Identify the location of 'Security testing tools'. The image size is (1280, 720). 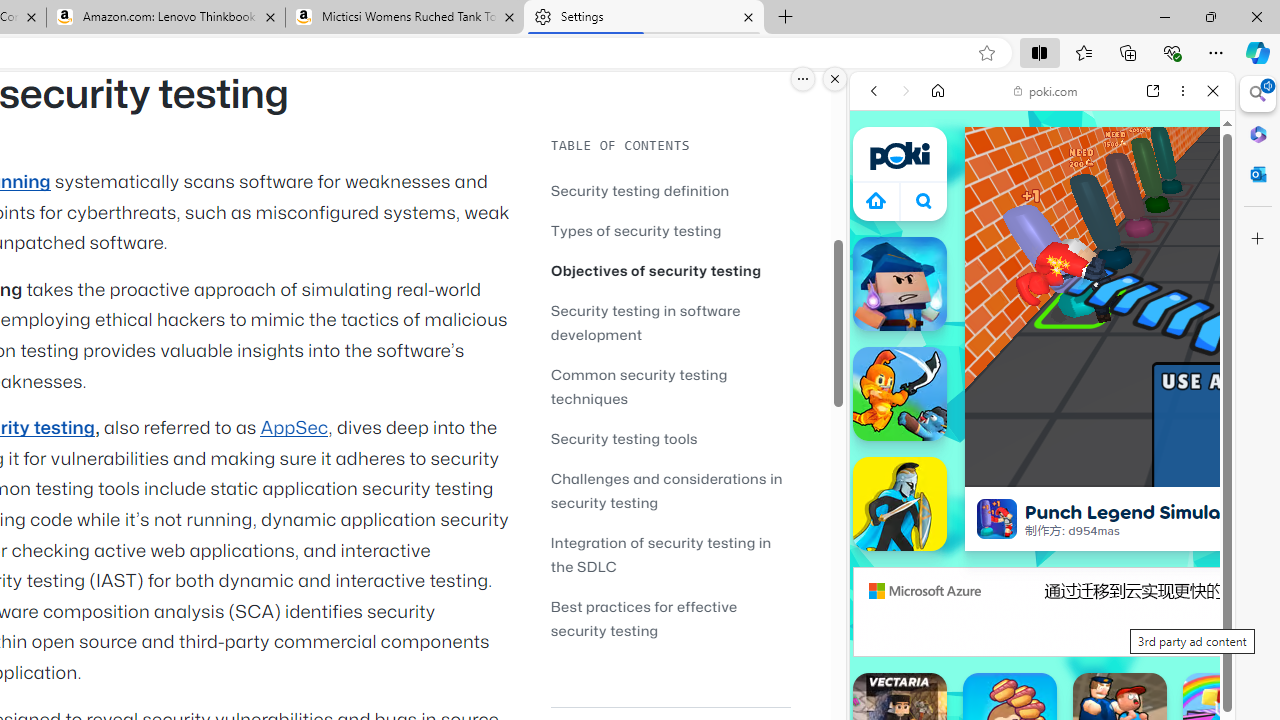
(670, 437).